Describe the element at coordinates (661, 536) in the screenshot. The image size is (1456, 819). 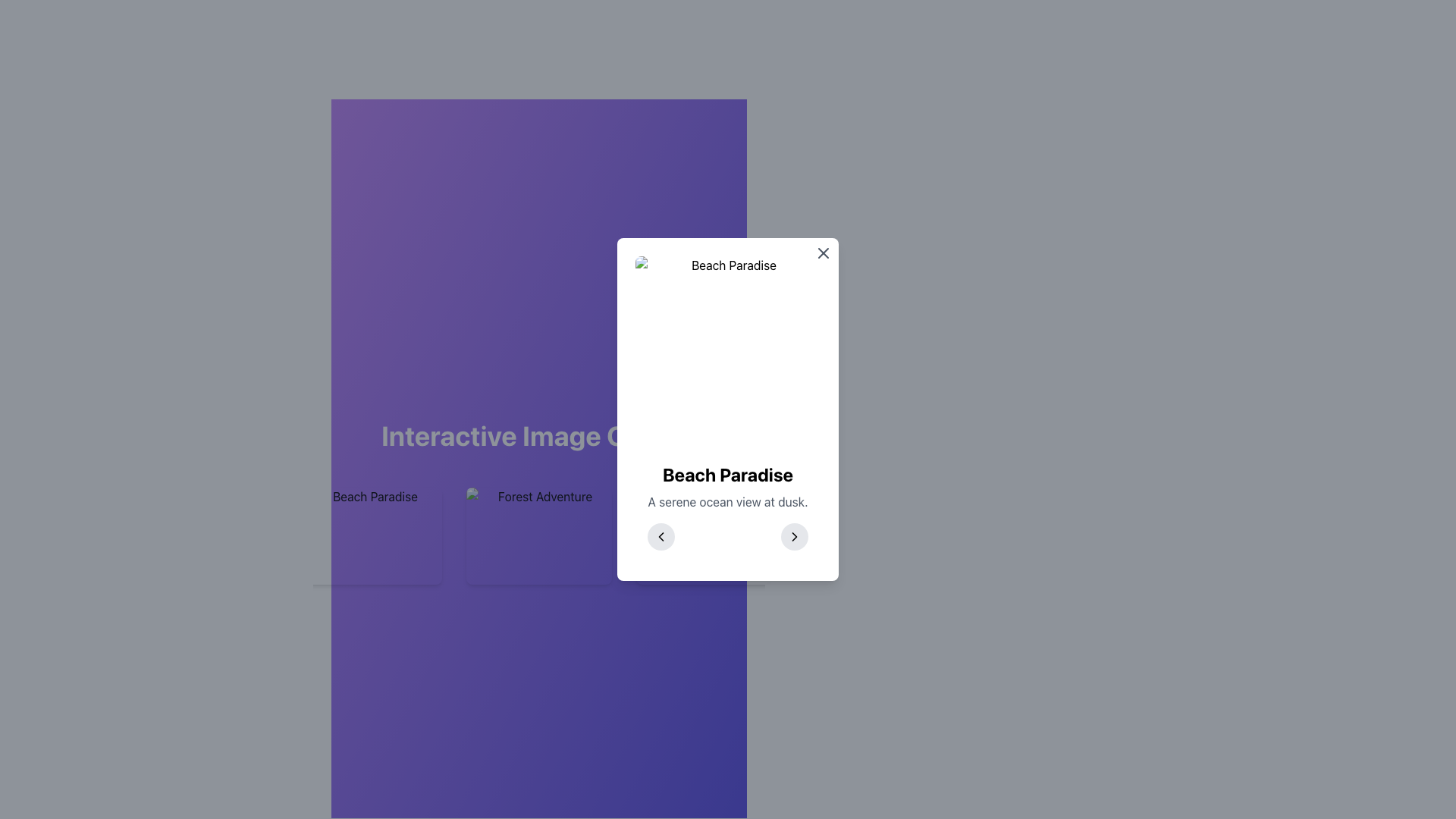
I see `the chevron icon located in the top-left corner of the modal window` at that location.